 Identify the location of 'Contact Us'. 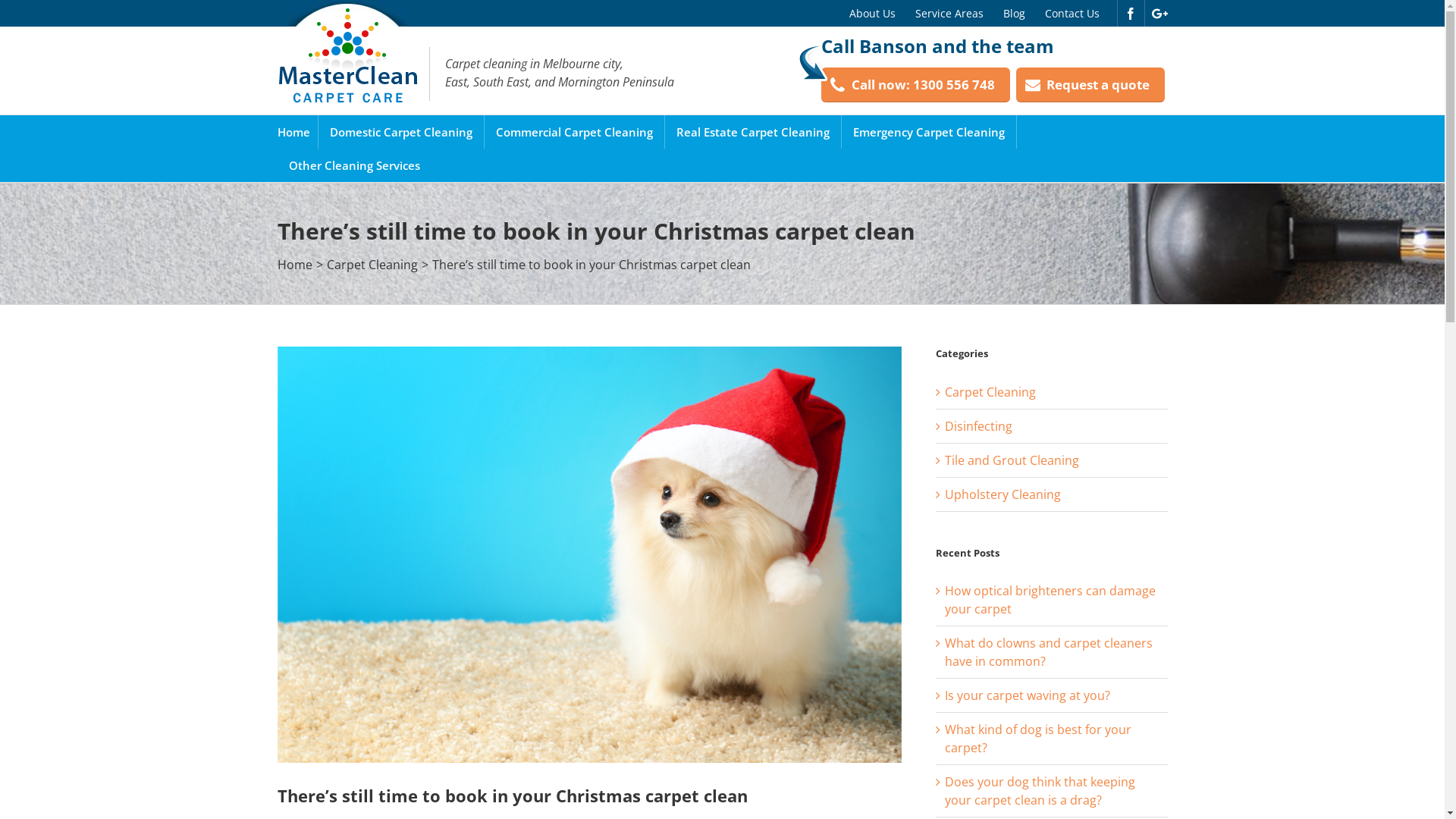
(1033, 13).